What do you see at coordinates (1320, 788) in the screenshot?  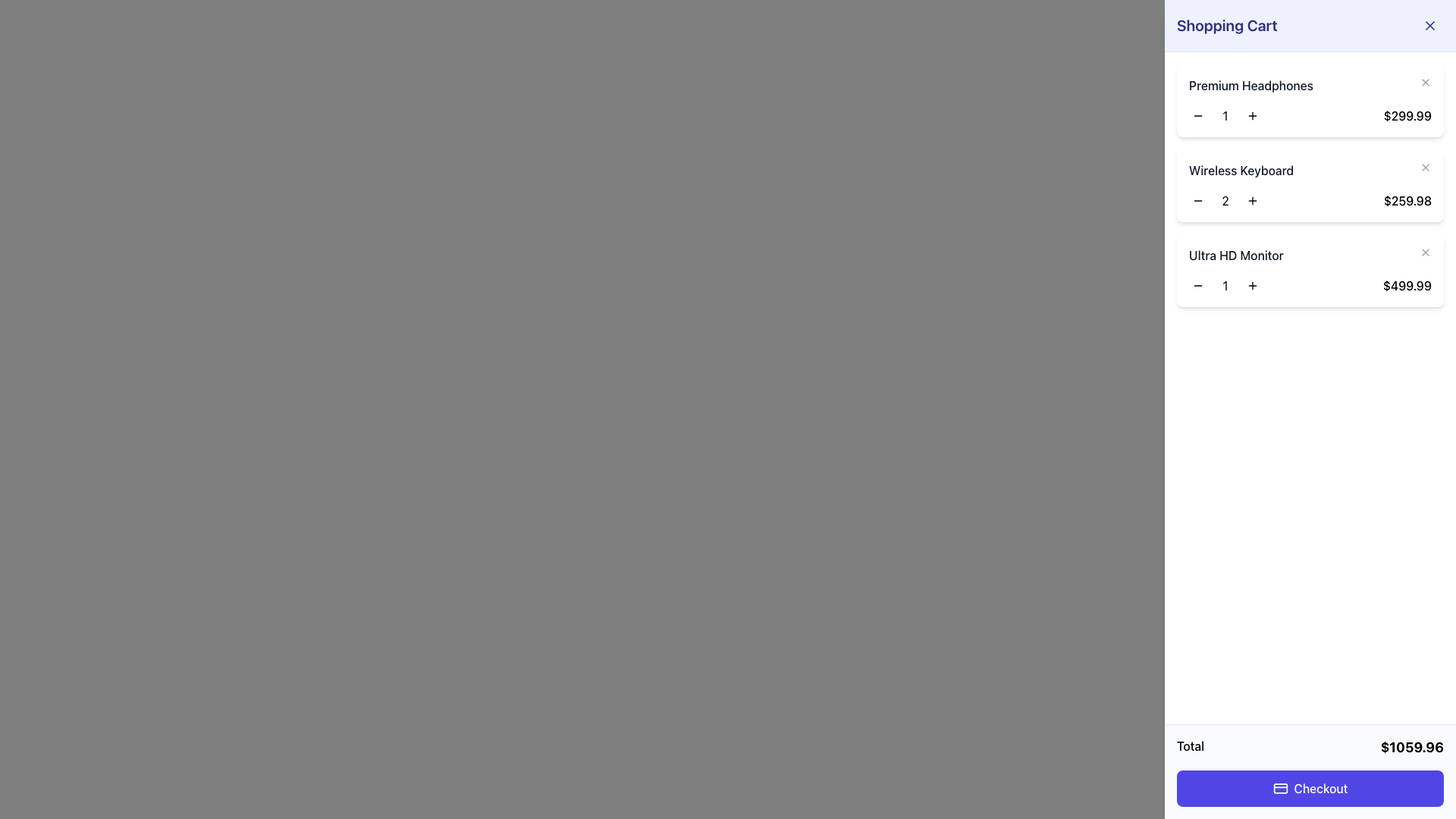 I see `static text 'Checkout' displayed within the interactive button located at the bottom right section of the shopping cart interface` at bounding box center [1320, 788].